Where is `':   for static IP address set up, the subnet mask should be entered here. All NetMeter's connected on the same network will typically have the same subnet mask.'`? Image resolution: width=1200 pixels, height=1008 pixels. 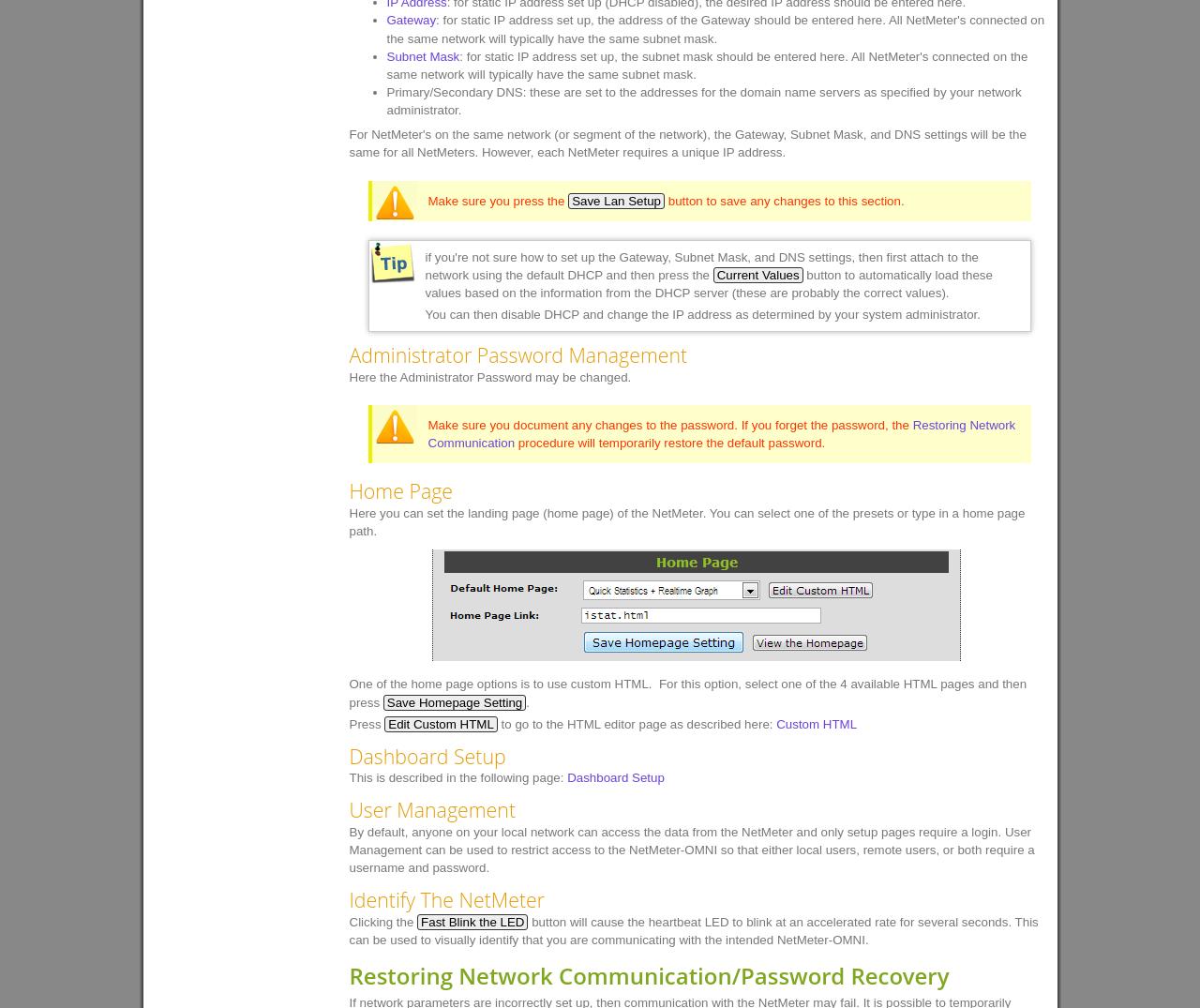
':   for static IP address set up, the subnet mask should be entered here. All NetMeter's connected on the same network will typically have the same subnet mask.' is located at coordinates (706, 65).